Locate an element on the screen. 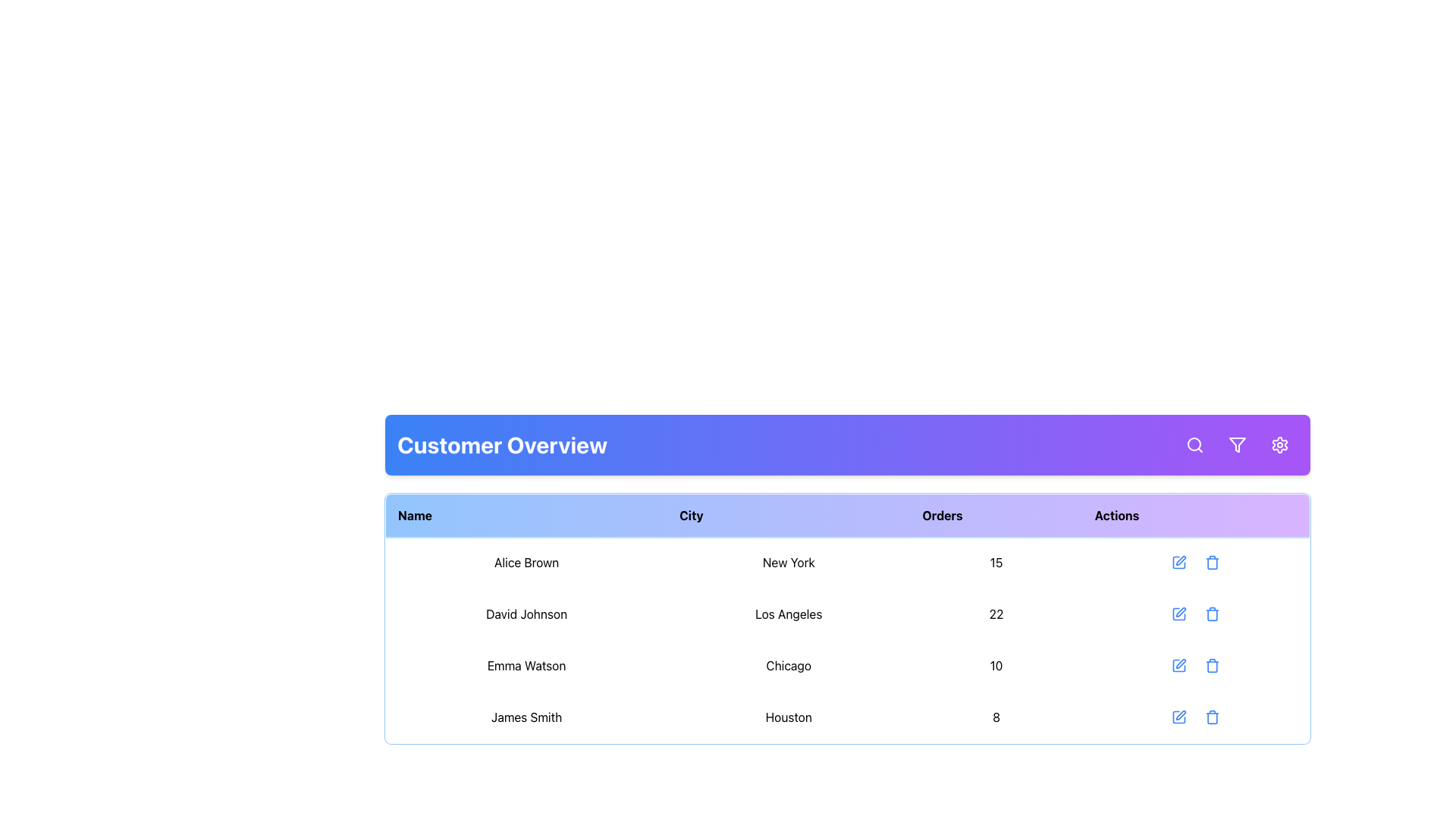  the static text header that serves as the title for the customer data section, located at the top of the interface with a gradient background from blue to purple is located at coordinates (502, 444).